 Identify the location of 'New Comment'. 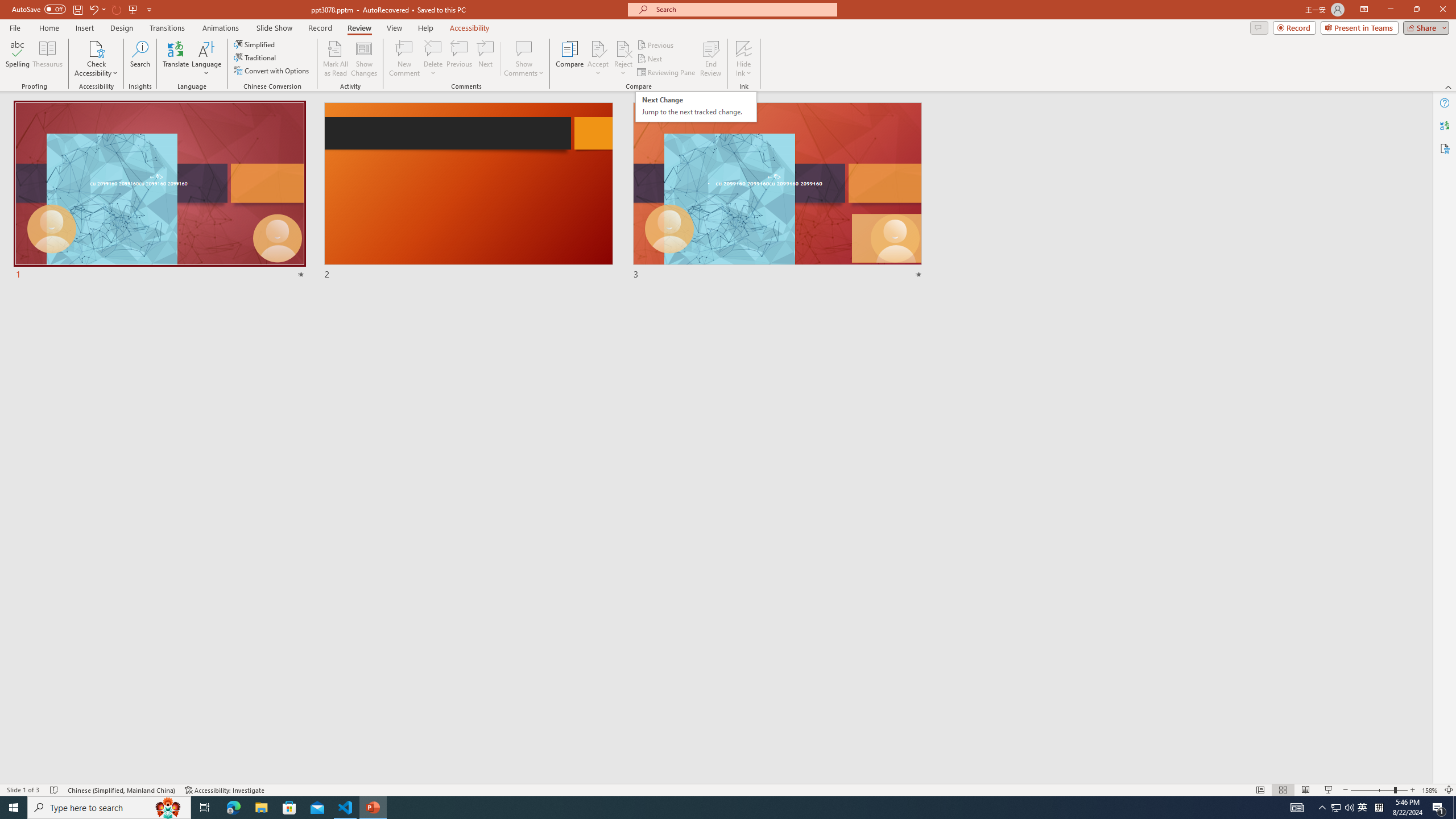
(403, 59).